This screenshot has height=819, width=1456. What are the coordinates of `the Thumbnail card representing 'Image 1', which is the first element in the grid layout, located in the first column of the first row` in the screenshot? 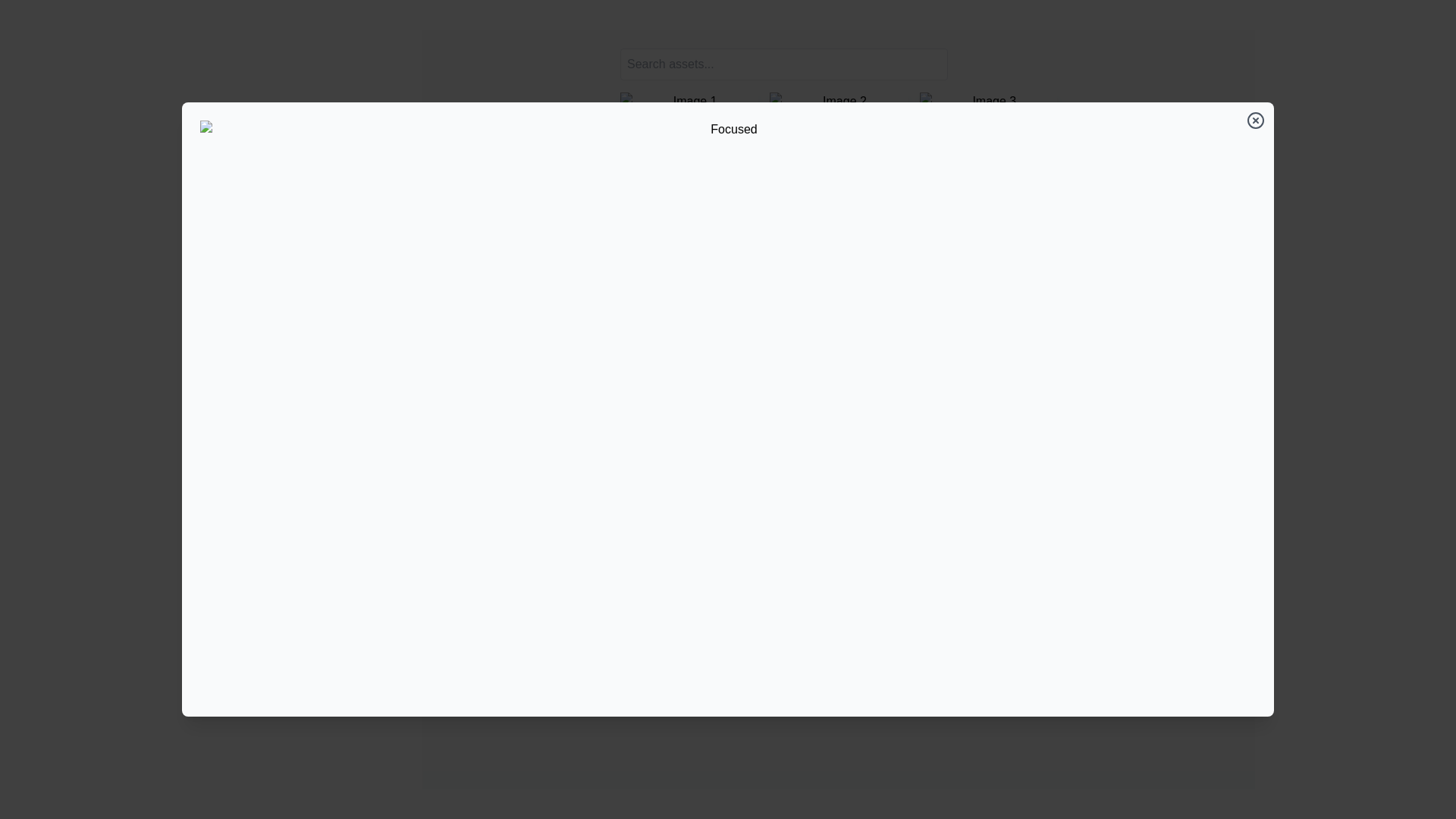 It's located at (688, 102).